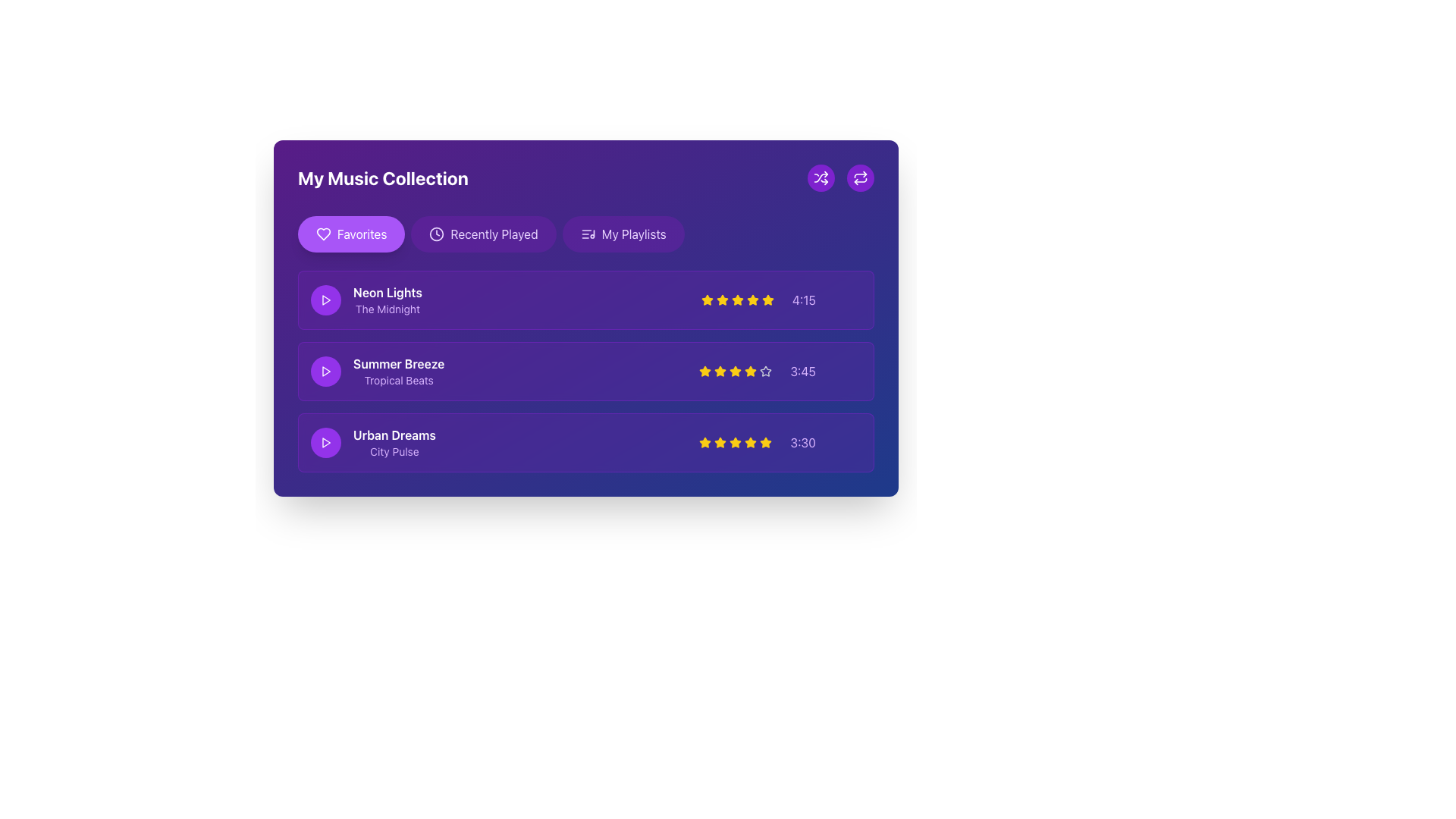 The width and height of the screenshot is (1456, 819). What do you see at coordinates (350, 234) in the screenshot?
I see `the first button in the group under 'My Music Collection'` at bounding box center [350, 234].